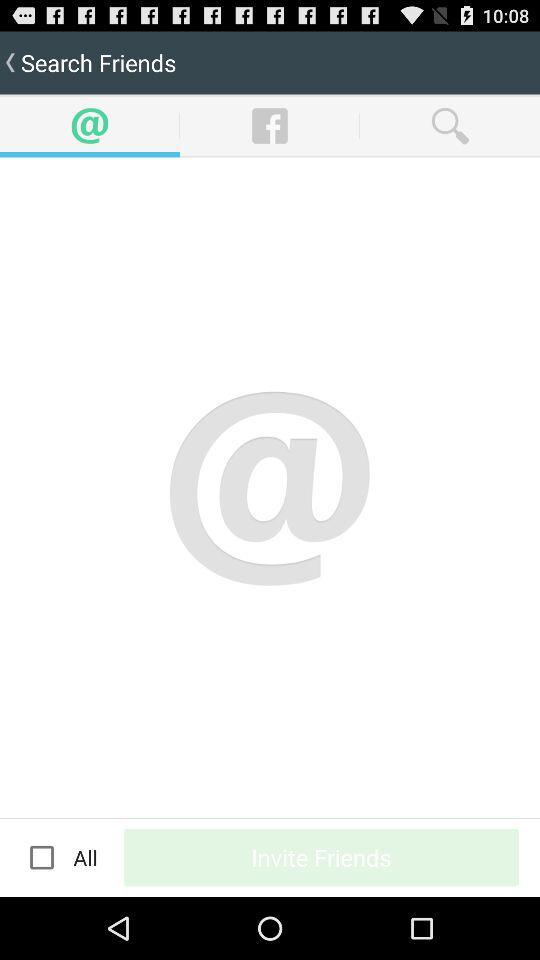  What do you see at coordinates (321, 856) in the screenshot?
I see `the item to the right of the all app` at bounding box center [321, 856].